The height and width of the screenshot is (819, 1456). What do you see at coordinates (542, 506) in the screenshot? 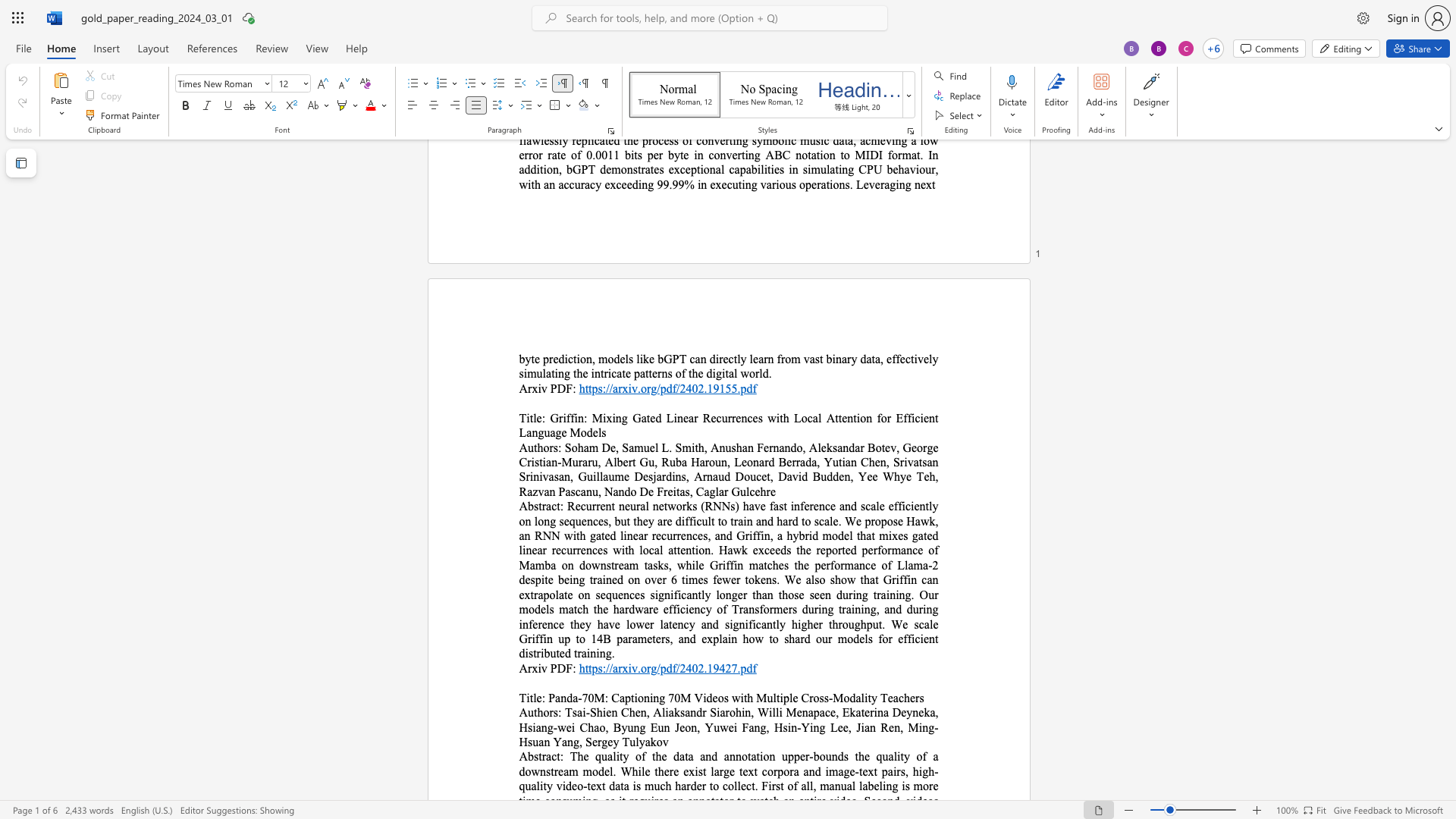
I see `the space between the continuous character "t" and "r" in the text` at bounding box center [542, 506].